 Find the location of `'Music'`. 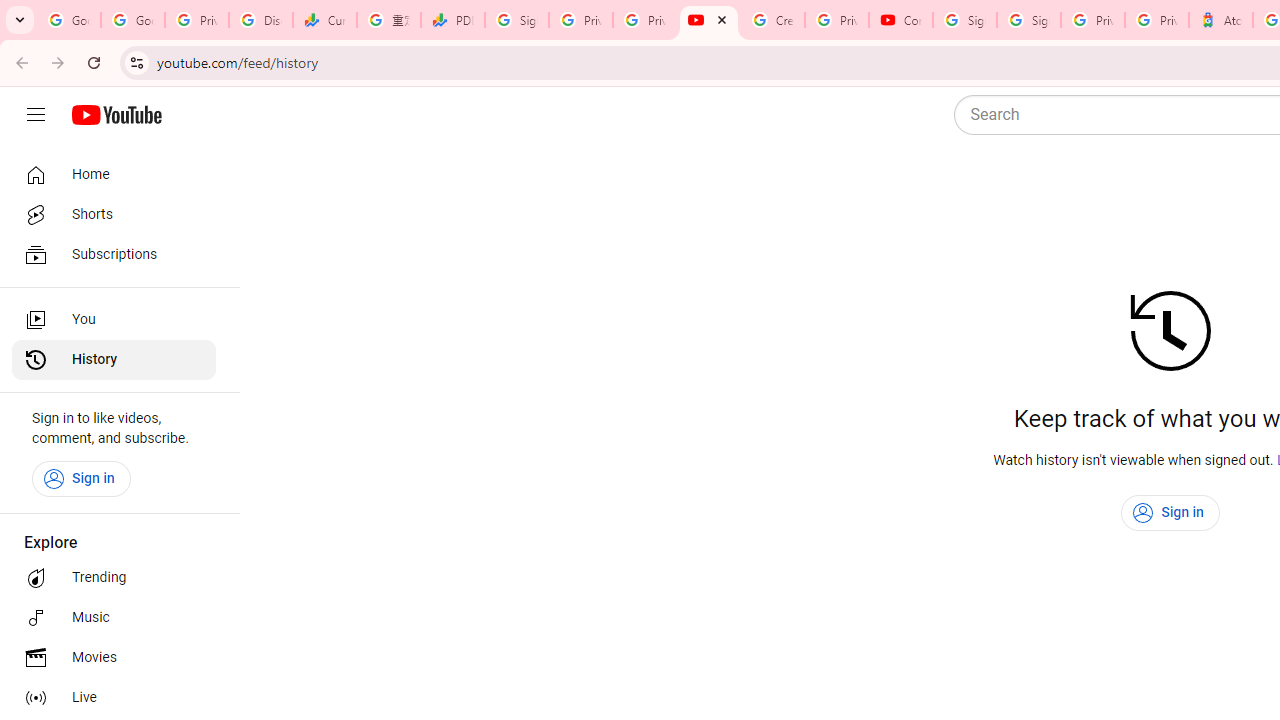

'Music' is located at coordinates (112, 617).